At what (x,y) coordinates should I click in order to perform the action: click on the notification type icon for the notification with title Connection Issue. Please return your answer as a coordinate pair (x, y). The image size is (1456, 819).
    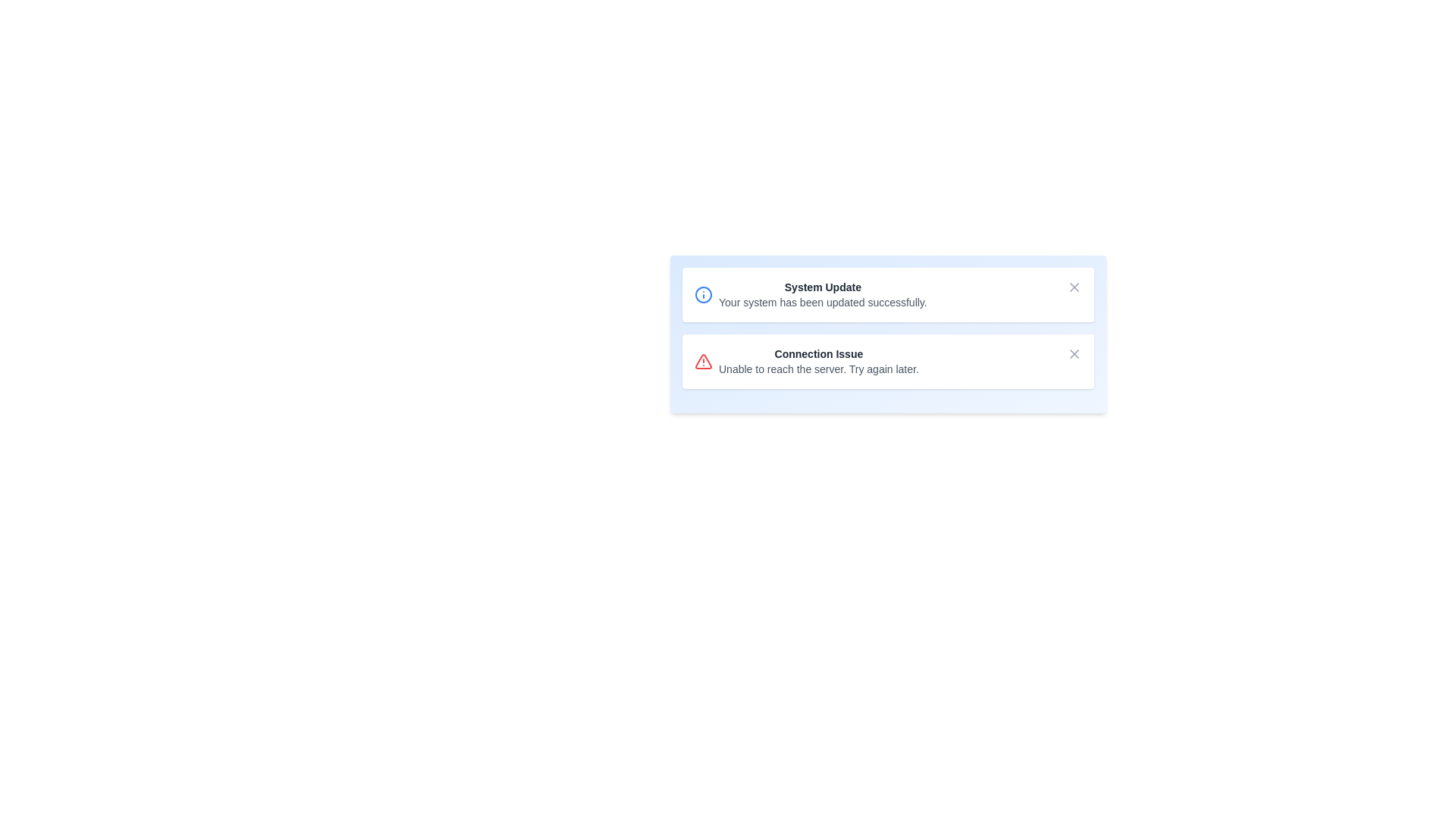
    Looking at the image, I should click on (702, 362).